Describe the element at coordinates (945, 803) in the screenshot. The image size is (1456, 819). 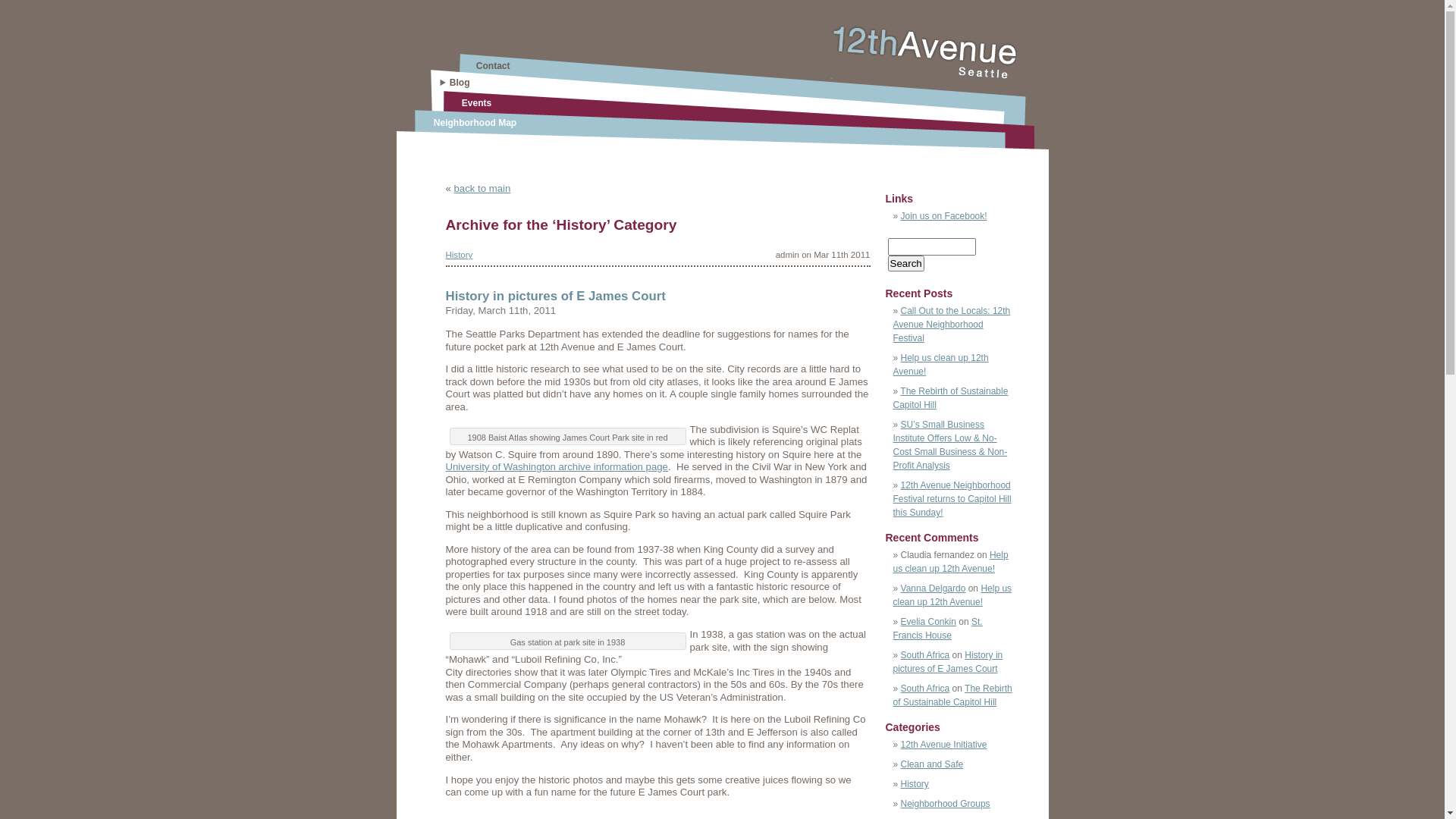
I see `'Neighborhood Groups'` at that location.